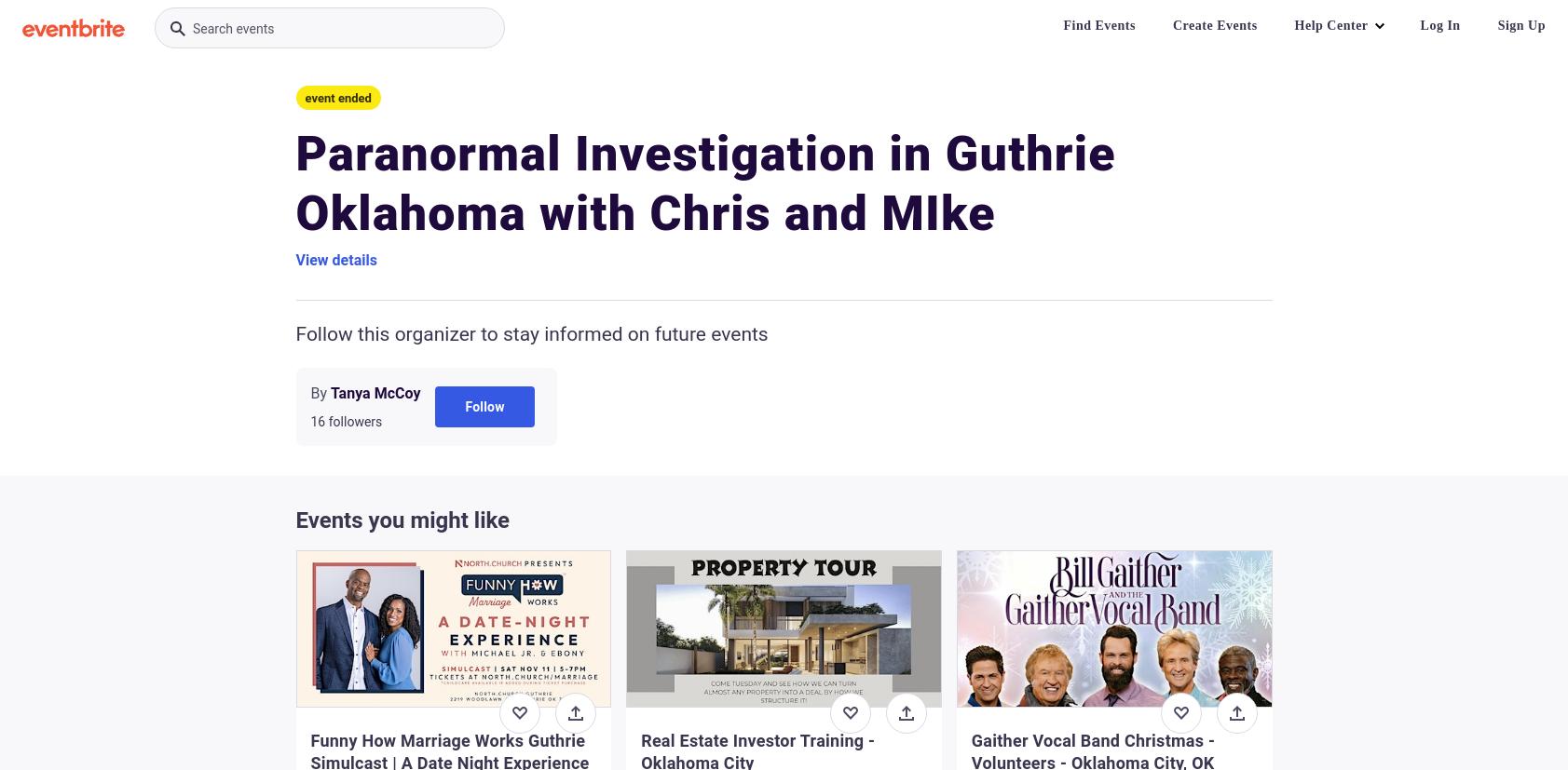  Describe the element at coordinates (465, 404) in the screenshot. I see `'Follow'` at that location.